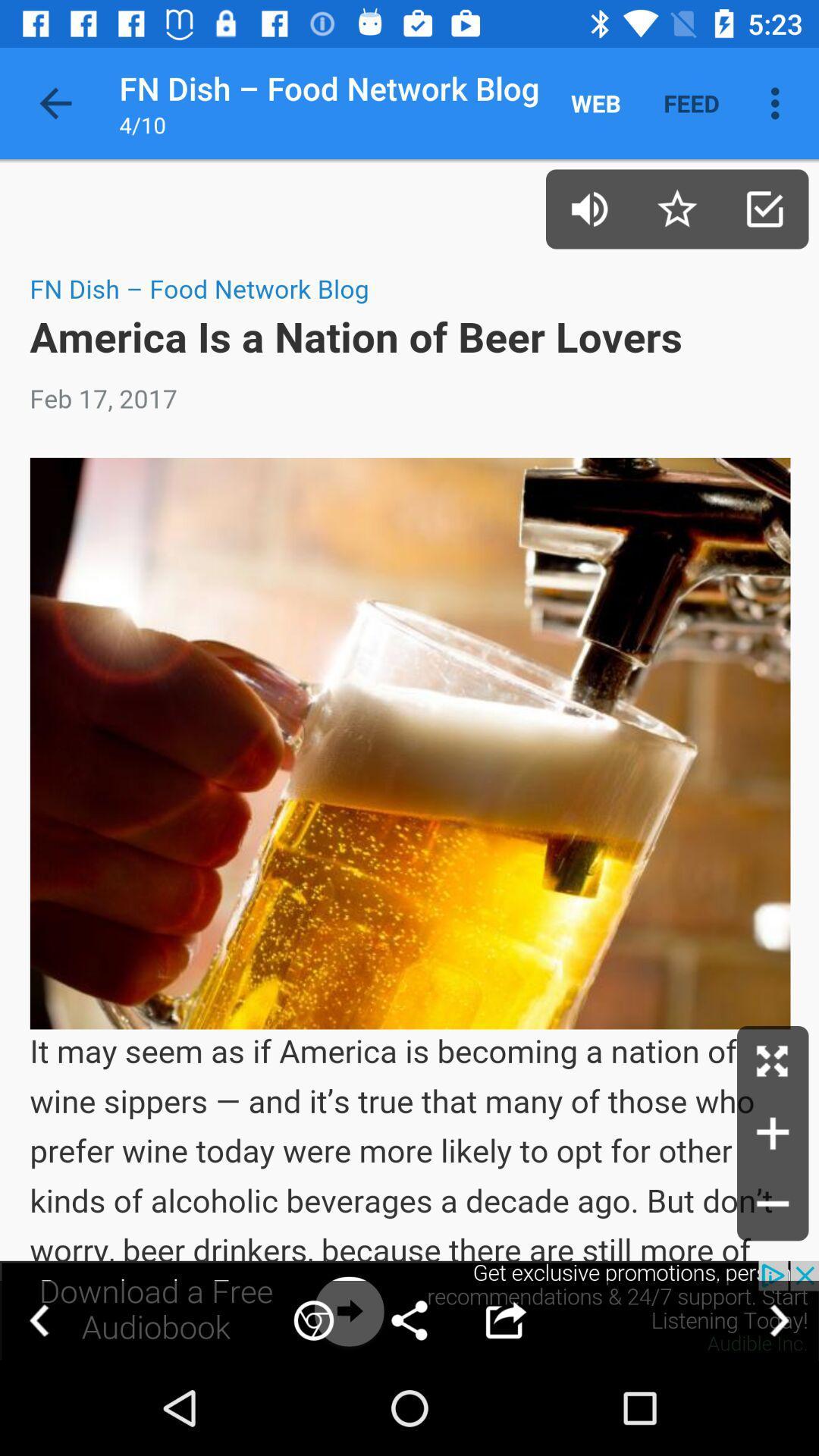 Image resolution: width=819 pixels, height=1456 pixels. Describe the element at coordinates (588, 208) in the screenshot. I see `sound on/off` at that location.